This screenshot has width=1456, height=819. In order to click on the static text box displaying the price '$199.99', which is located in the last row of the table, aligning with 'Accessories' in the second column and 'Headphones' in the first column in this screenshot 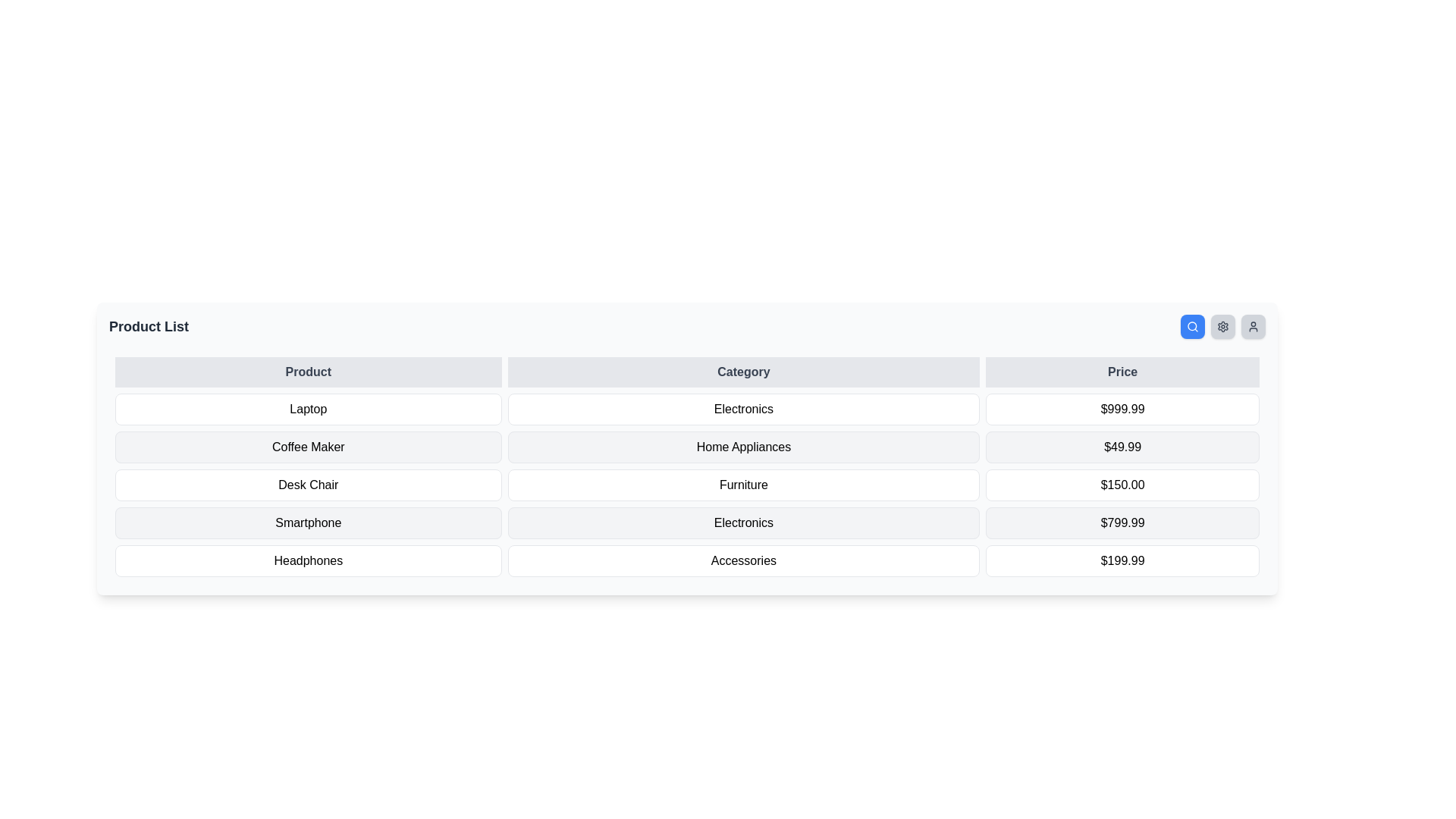, I will do `click(1122, 561)`.